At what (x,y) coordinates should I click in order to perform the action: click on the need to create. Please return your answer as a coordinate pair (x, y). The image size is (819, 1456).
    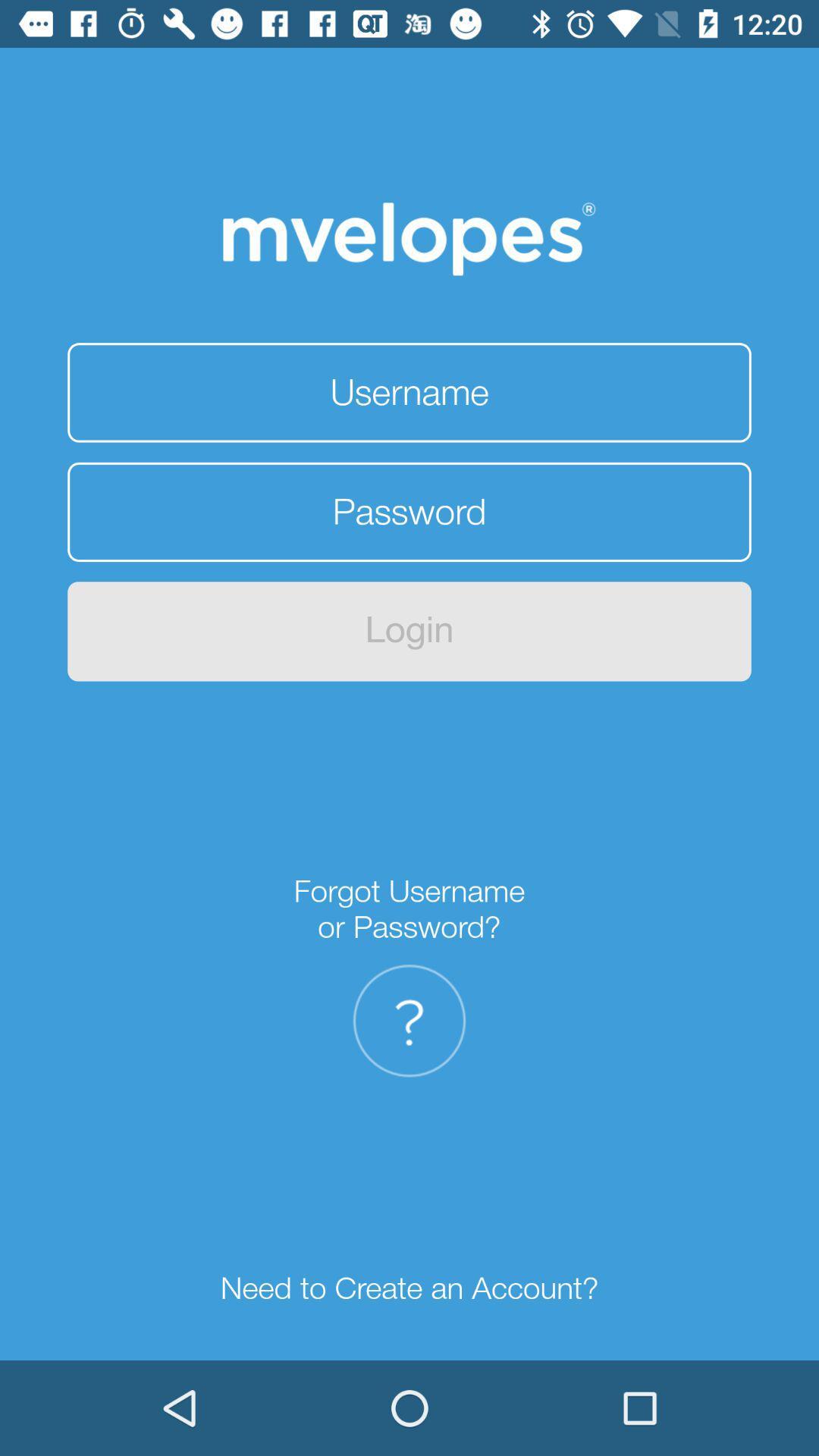
    Looking at the image, I should click on (409, 1288).